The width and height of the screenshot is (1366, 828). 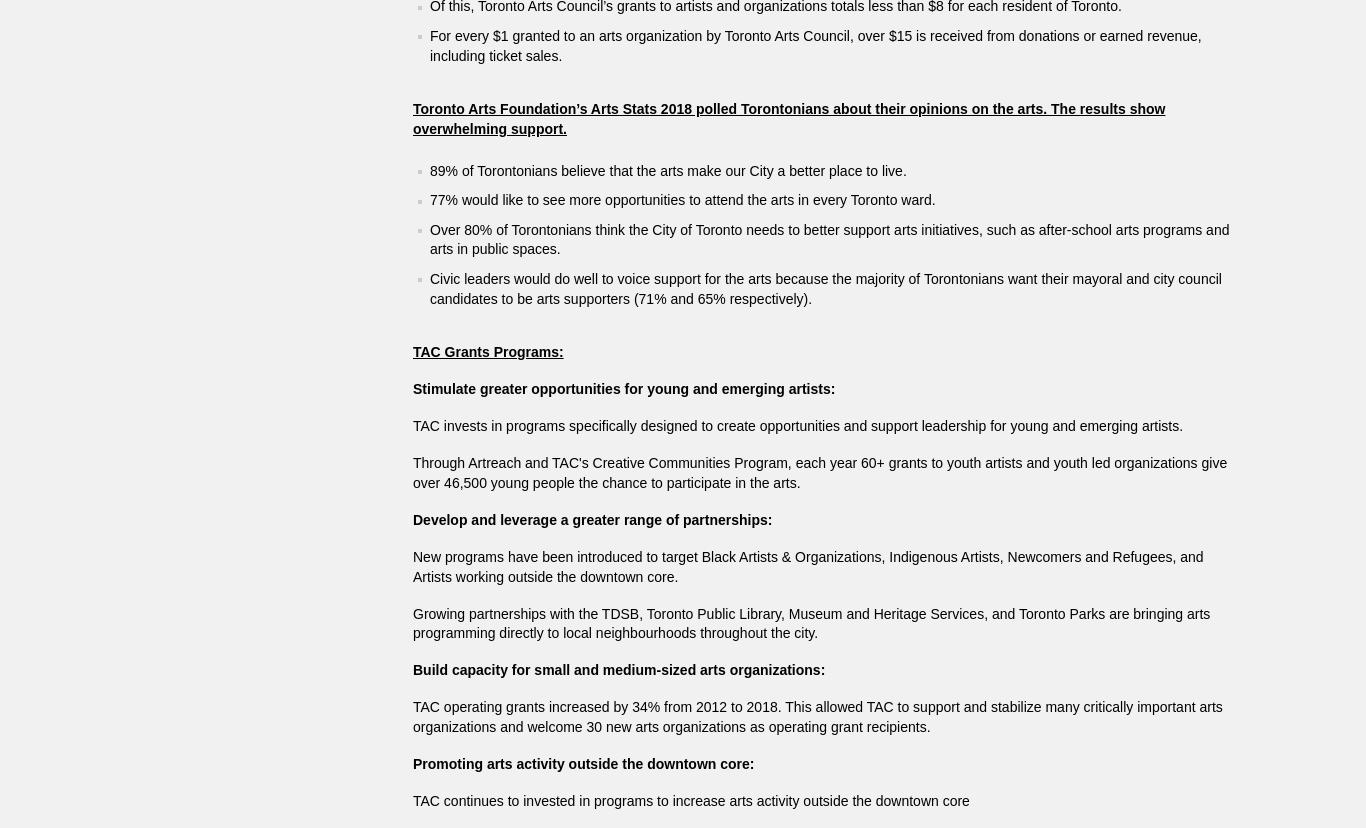 I want to click on 'Build capacity for small and medium-sized arts organizations:', so click(x=617, y=669).